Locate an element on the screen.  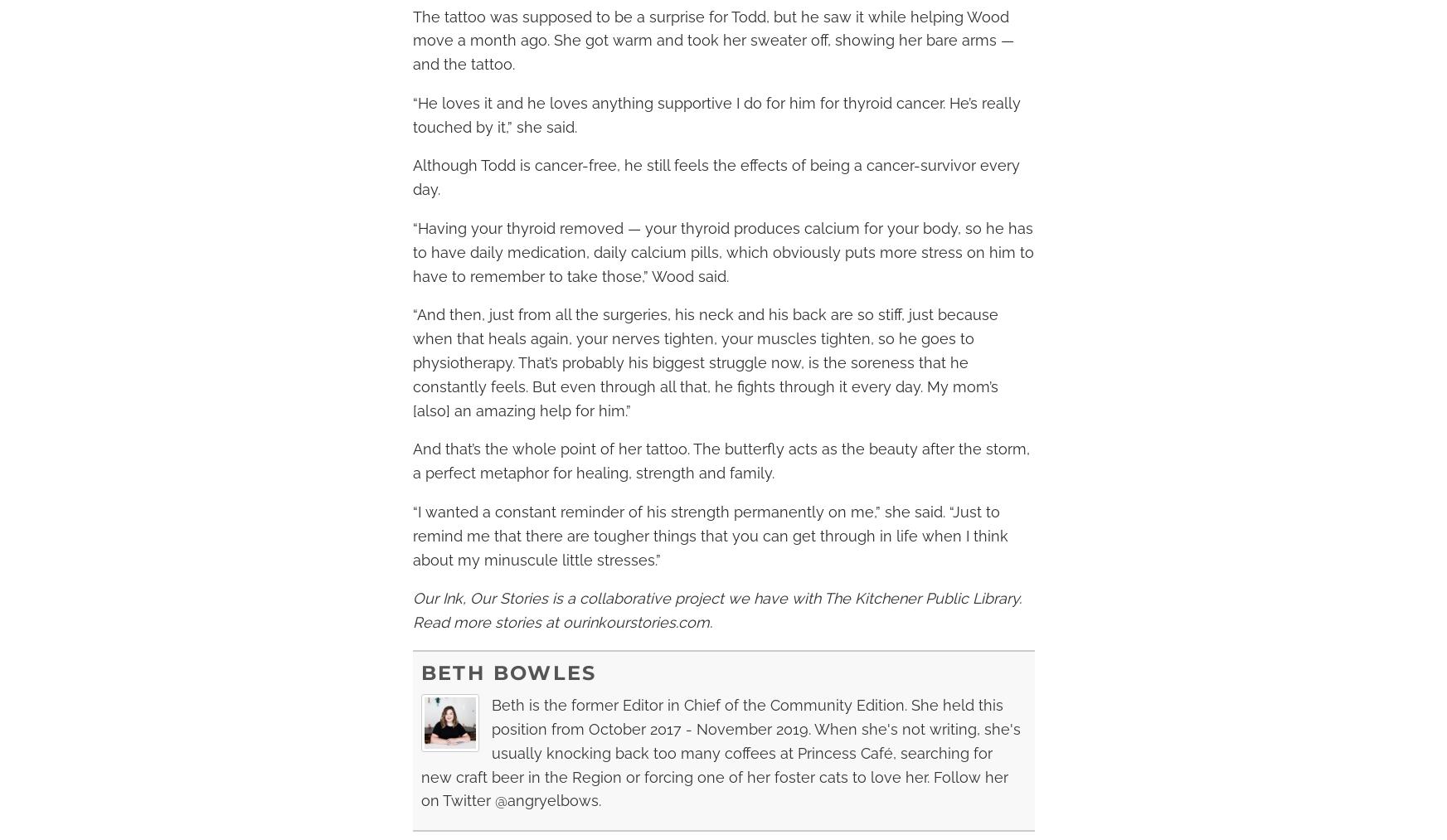
'The tattoo was supposed to be a surprise for Todd, but he saw it while helping Wood move a month ago. She got warm and took her sweater off, showing her bare arms — and the tattoo.' is located at coordinates (711, 39).